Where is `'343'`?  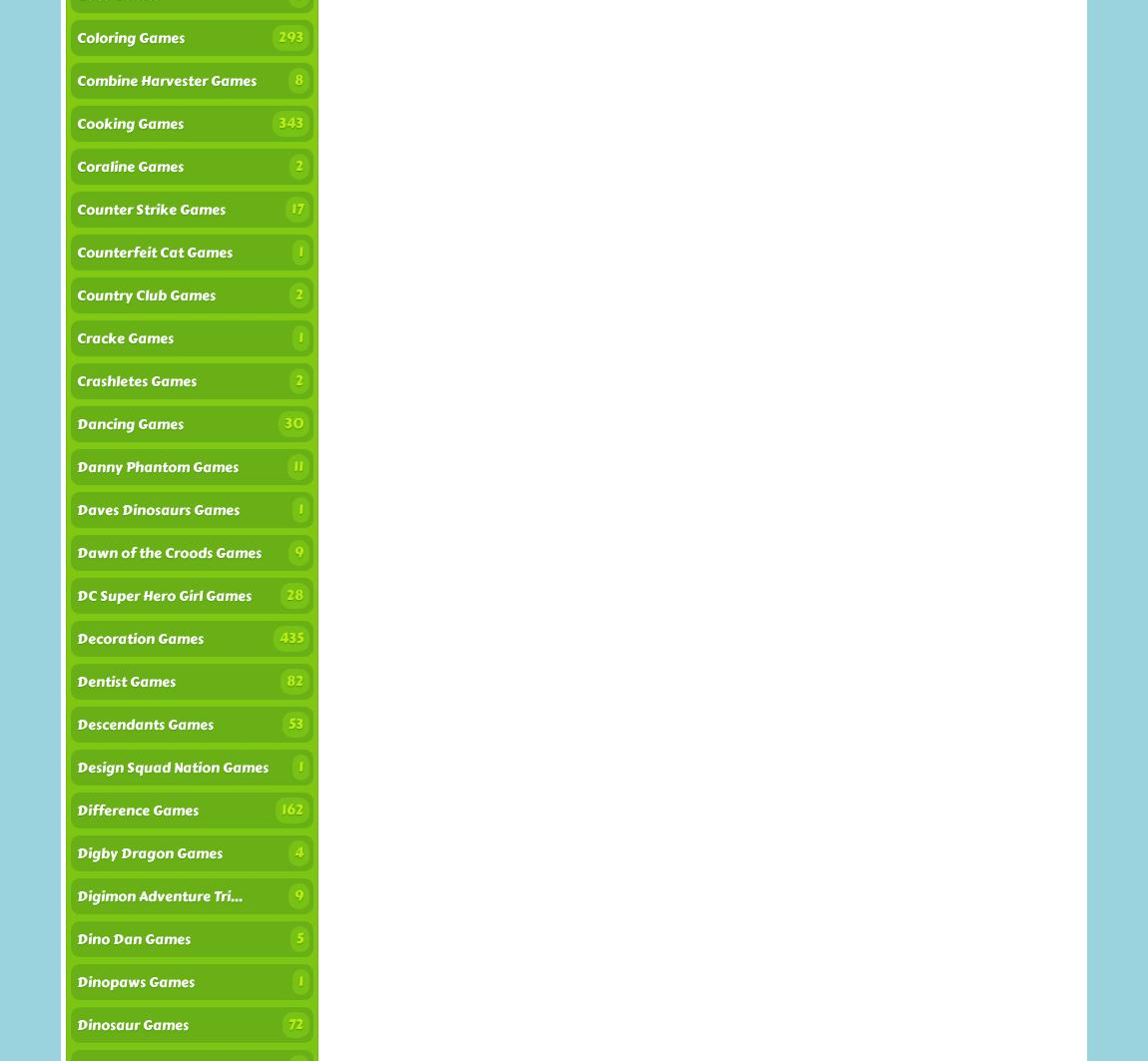
'343' is located at coordinates (290, 123).